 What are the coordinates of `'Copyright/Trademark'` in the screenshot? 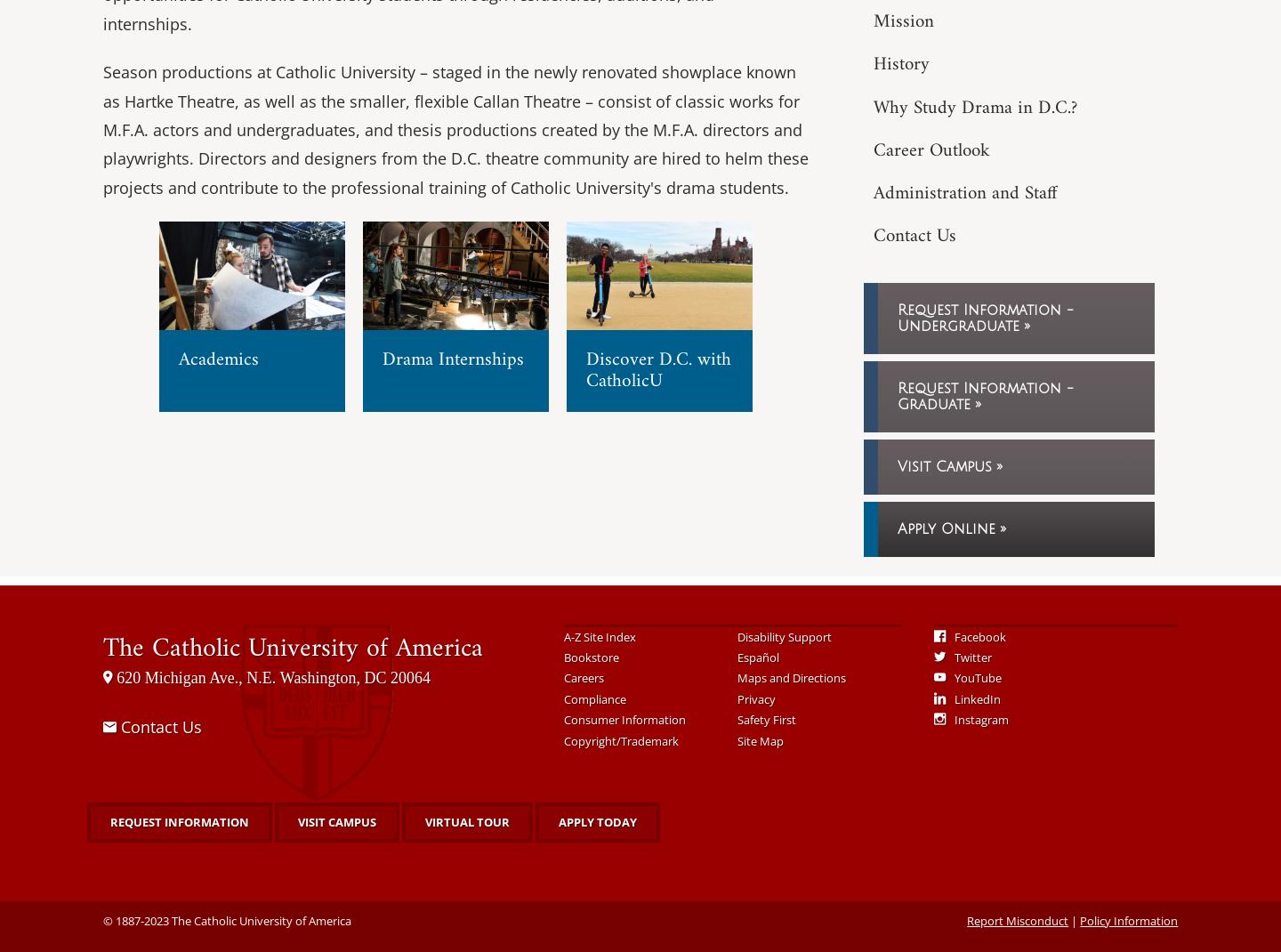 It's located at (563, 740).